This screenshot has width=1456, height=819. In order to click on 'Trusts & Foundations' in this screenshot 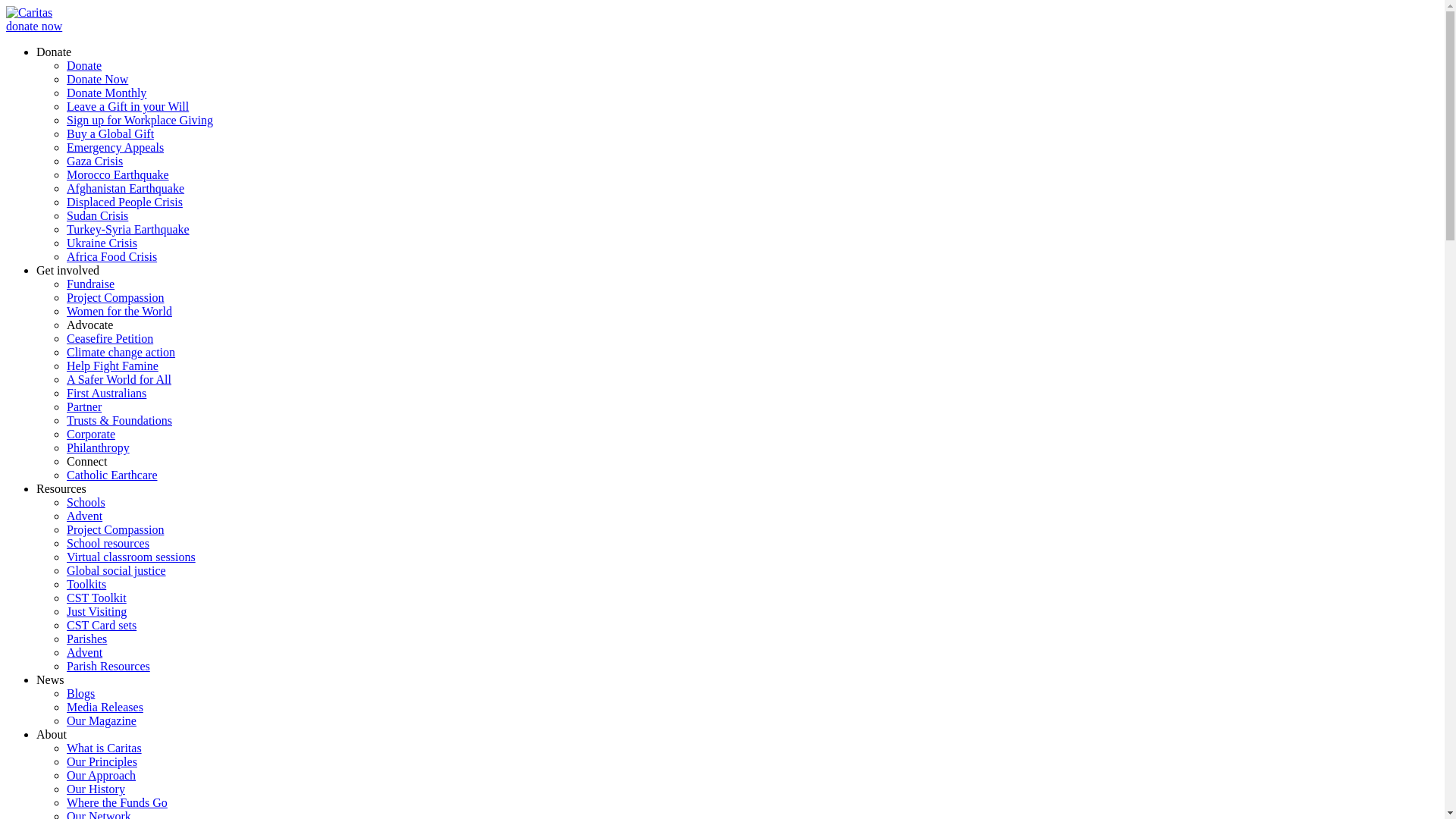, I will do `click(118, 420)`.